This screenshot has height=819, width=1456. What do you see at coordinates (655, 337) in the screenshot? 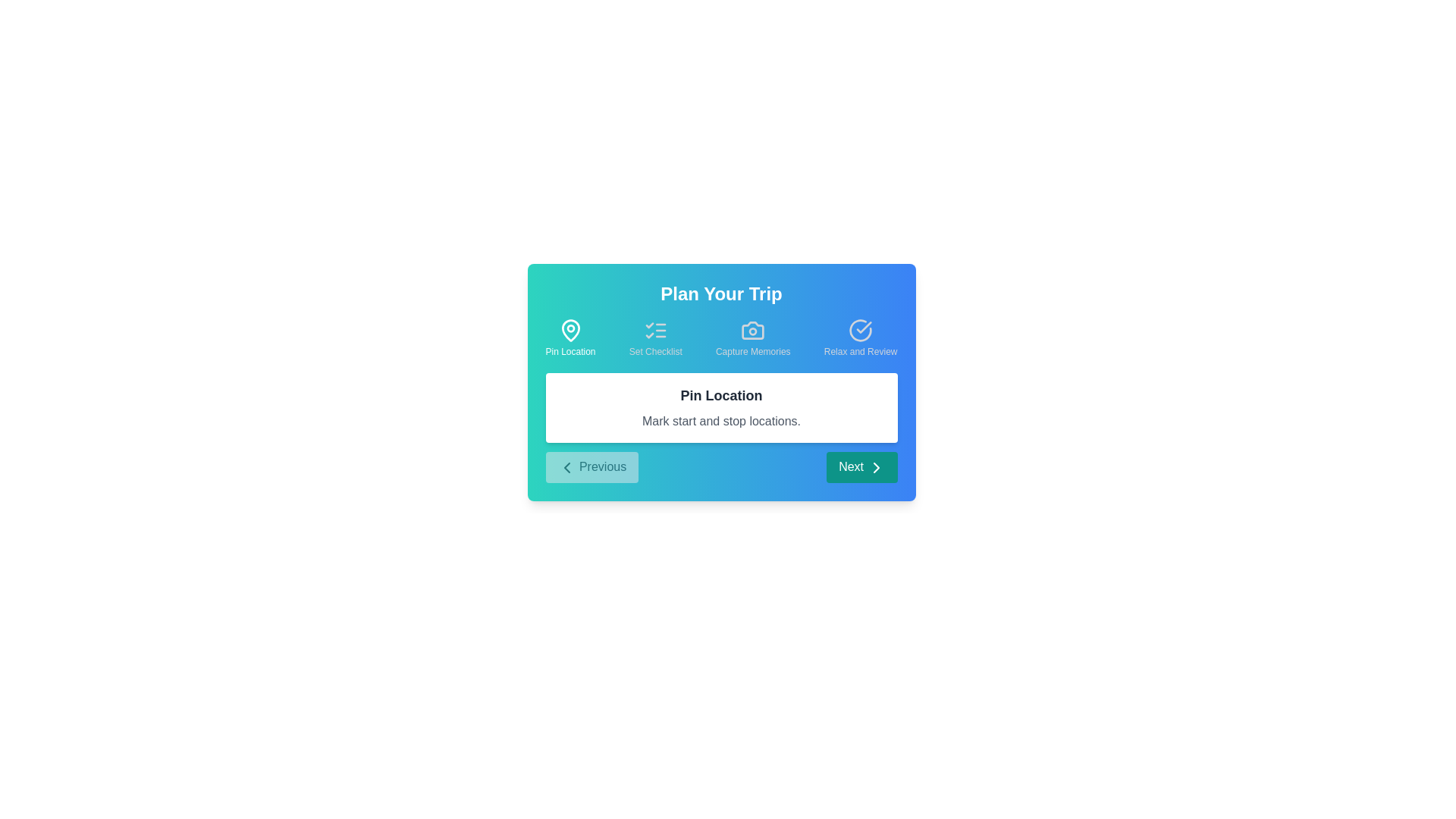
I see `the step icon corresponding to Set Checklist` at bounding box center [655, 337].